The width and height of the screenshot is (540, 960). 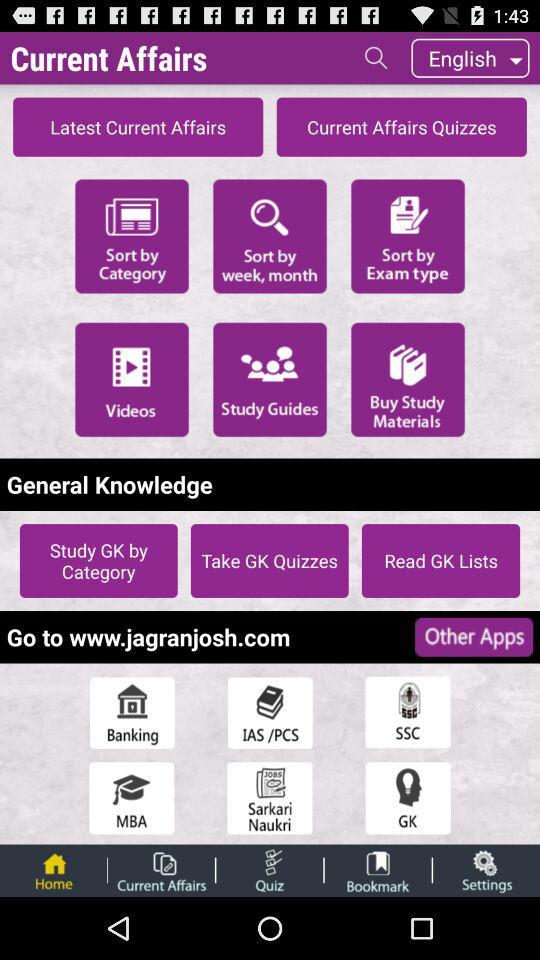 I want to click on sarkarinaukri, so click(x=270, y=798).